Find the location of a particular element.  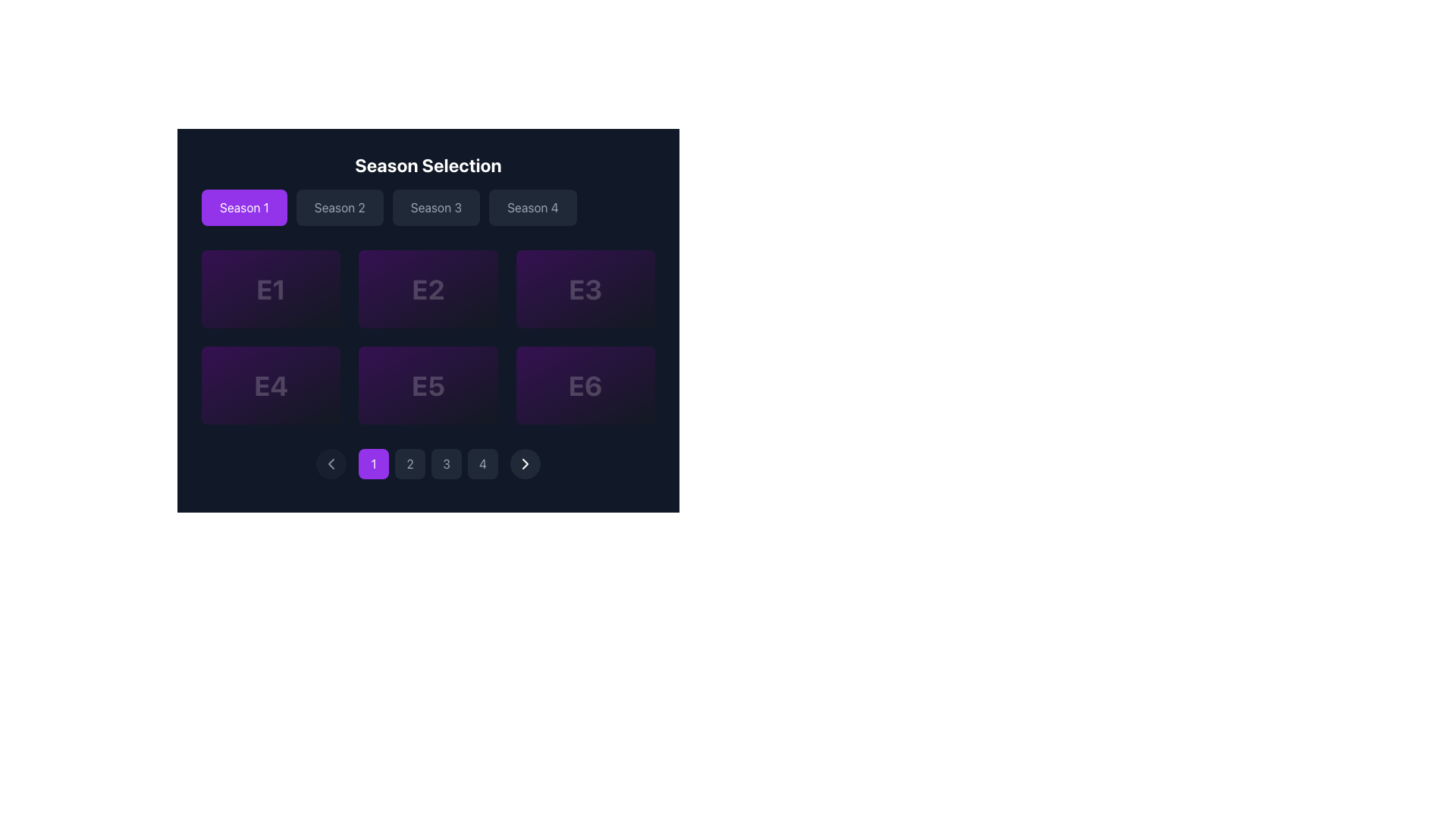

the circular decorative element in the pagination interface, which is centered around the second pagination button from the left is located at coordinates (422, 442).